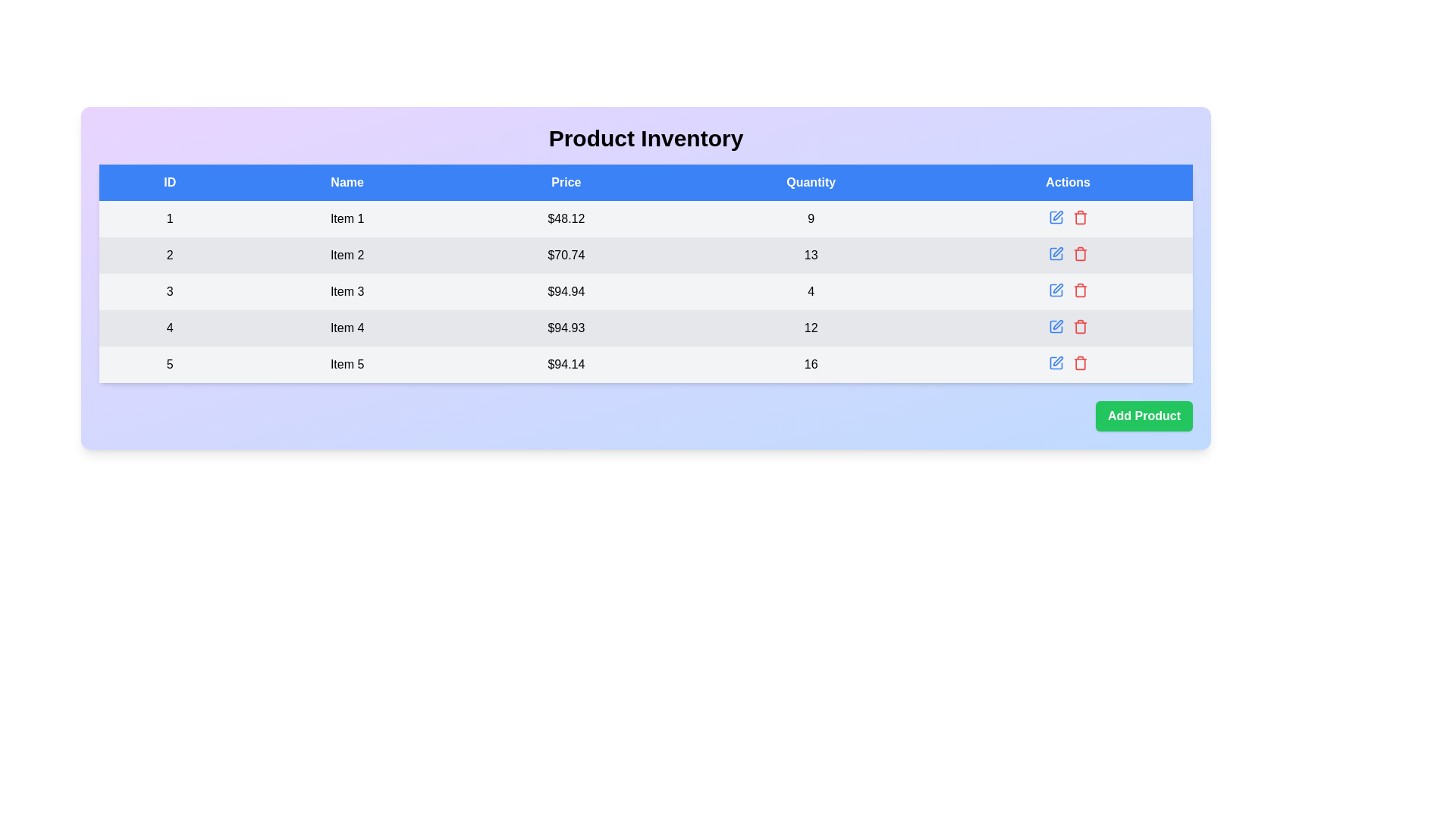 This screenshot has width=1456, height=819. Describe the element at coordinates (1055, 362) in the screenshot. I see `the edit button located in the last row of the data table under the 'Actions' column, adjacent to a red-colored delete icon` at that location.